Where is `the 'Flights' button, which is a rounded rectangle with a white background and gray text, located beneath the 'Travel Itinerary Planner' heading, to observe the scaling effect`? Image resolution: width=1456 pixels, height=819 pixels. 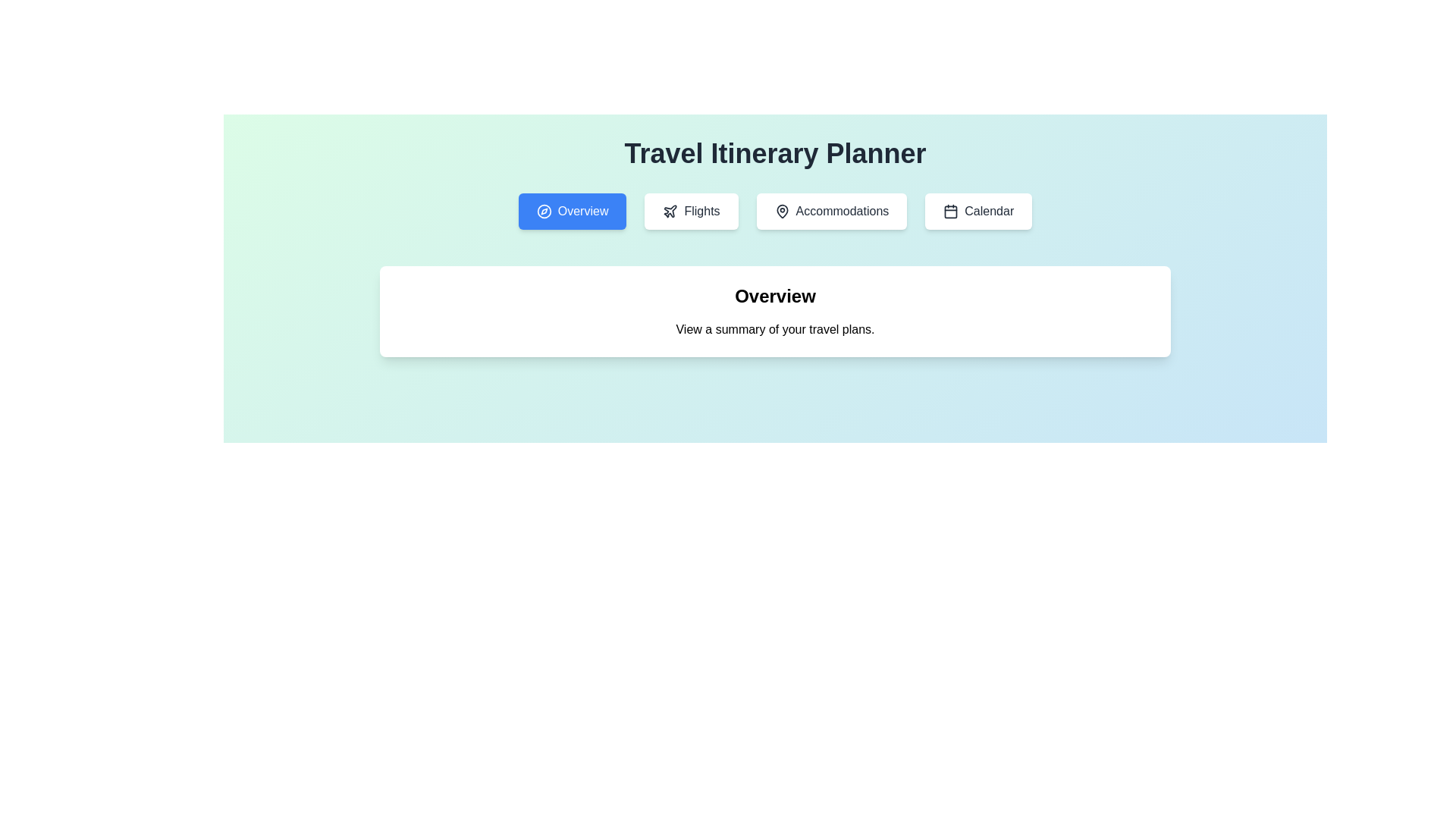
the 'Flights' button, which is a rounded rectangle with a white background and gray text, located beneath the 'Travel Itinerary Planner' heading, to observe the scaling effect is located at coordinates (691, 211).